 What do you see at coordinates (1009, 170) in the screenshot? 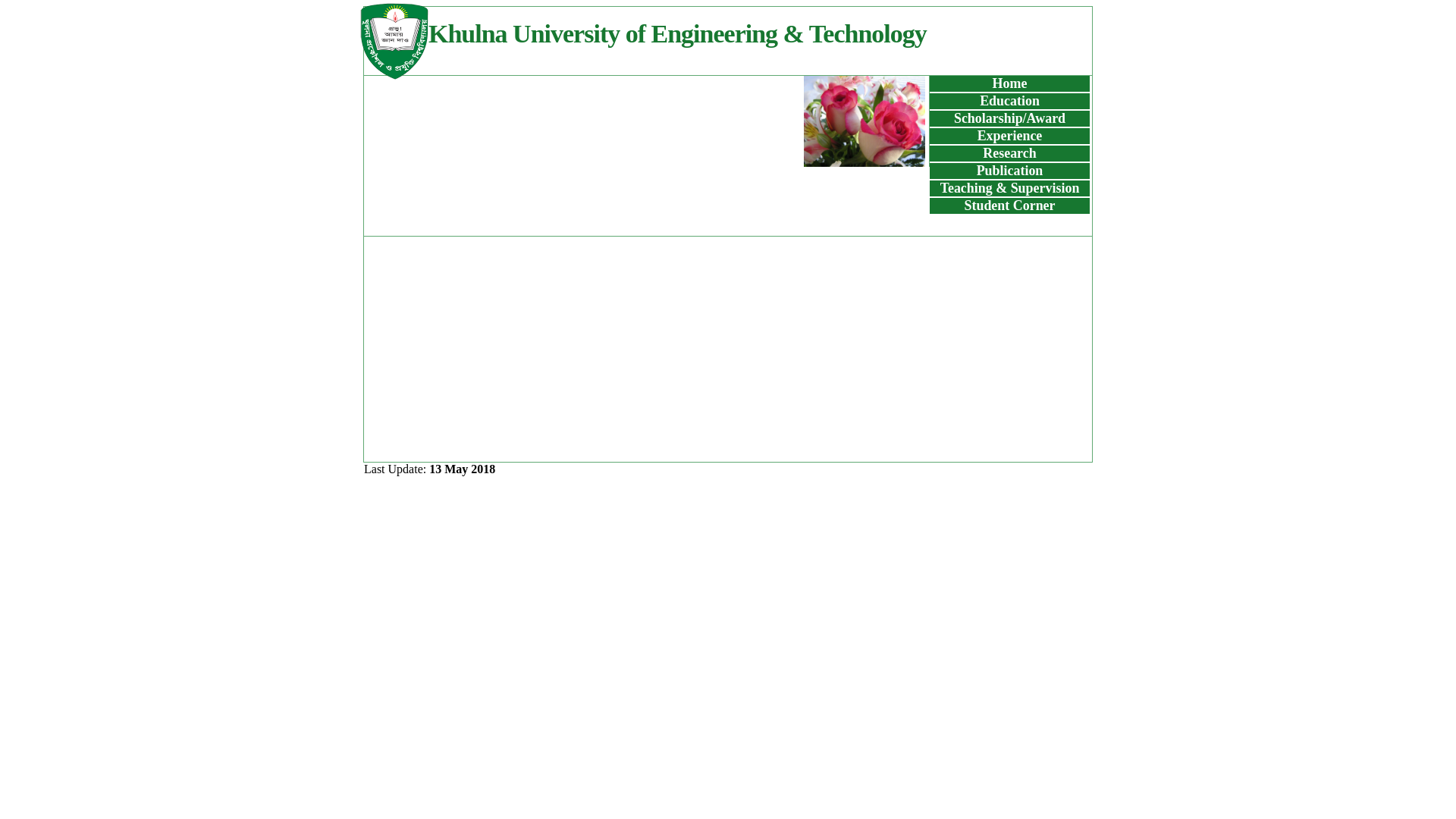
I see `'Publication'` at bounding box center [1009, 170].